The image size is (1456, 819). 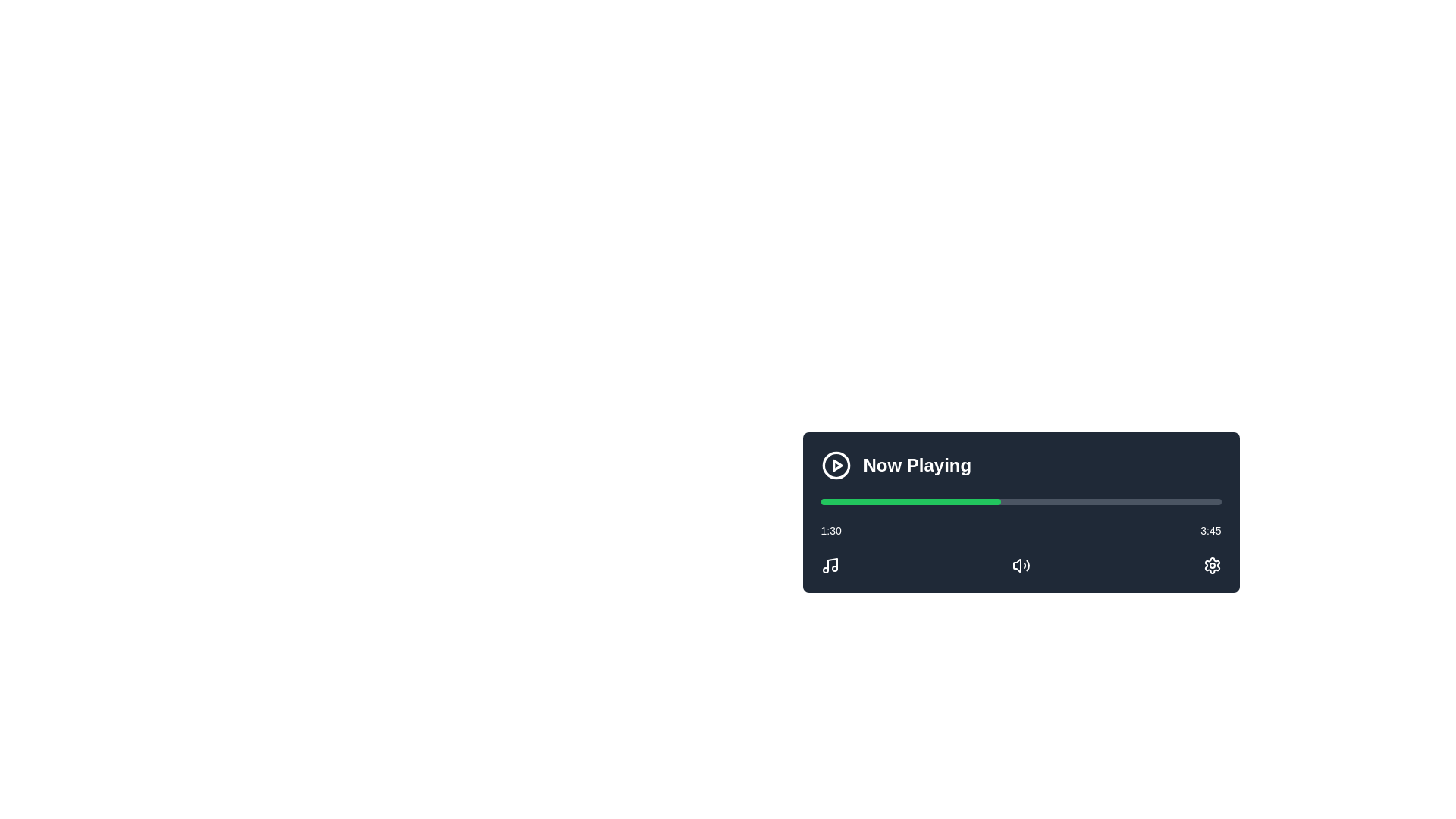 What do you see at coordinates (829, 565) in the screenshot?
I see `the music icon button located at the bottom left corner of the audio player interface, which is the first of three horizontally aligned icons` at bounding box center [829, 565].